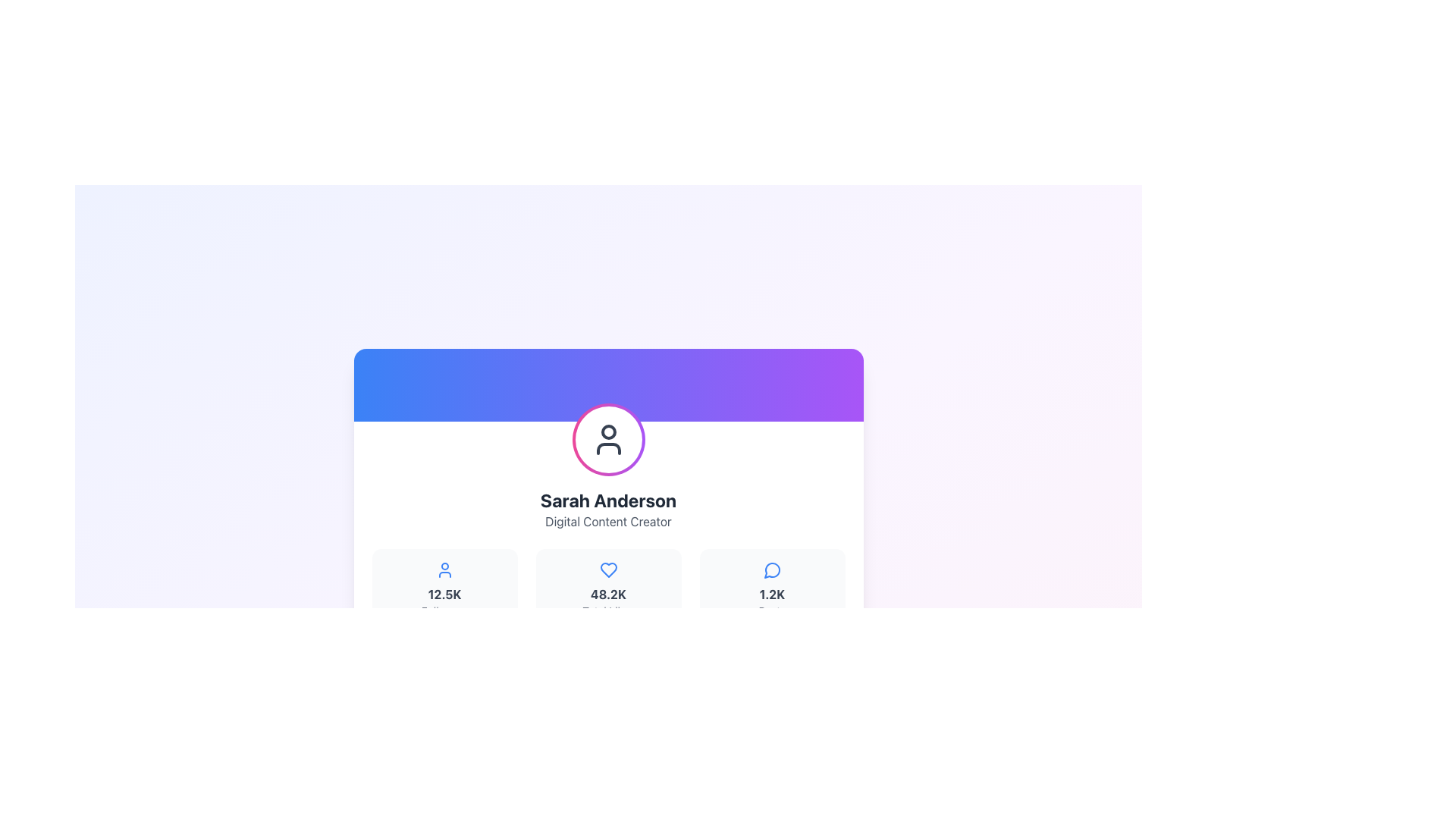 The height and width of the screenshot is (819, 1456). Describe the element at coordinates (608, 439) in the screenshot. I see `the Profile Avatar, which is a circular element with a gradient pink to purple border and a white background, located above the text 'Sarah Anderson' and 'Digital Content Creator'` at that location.